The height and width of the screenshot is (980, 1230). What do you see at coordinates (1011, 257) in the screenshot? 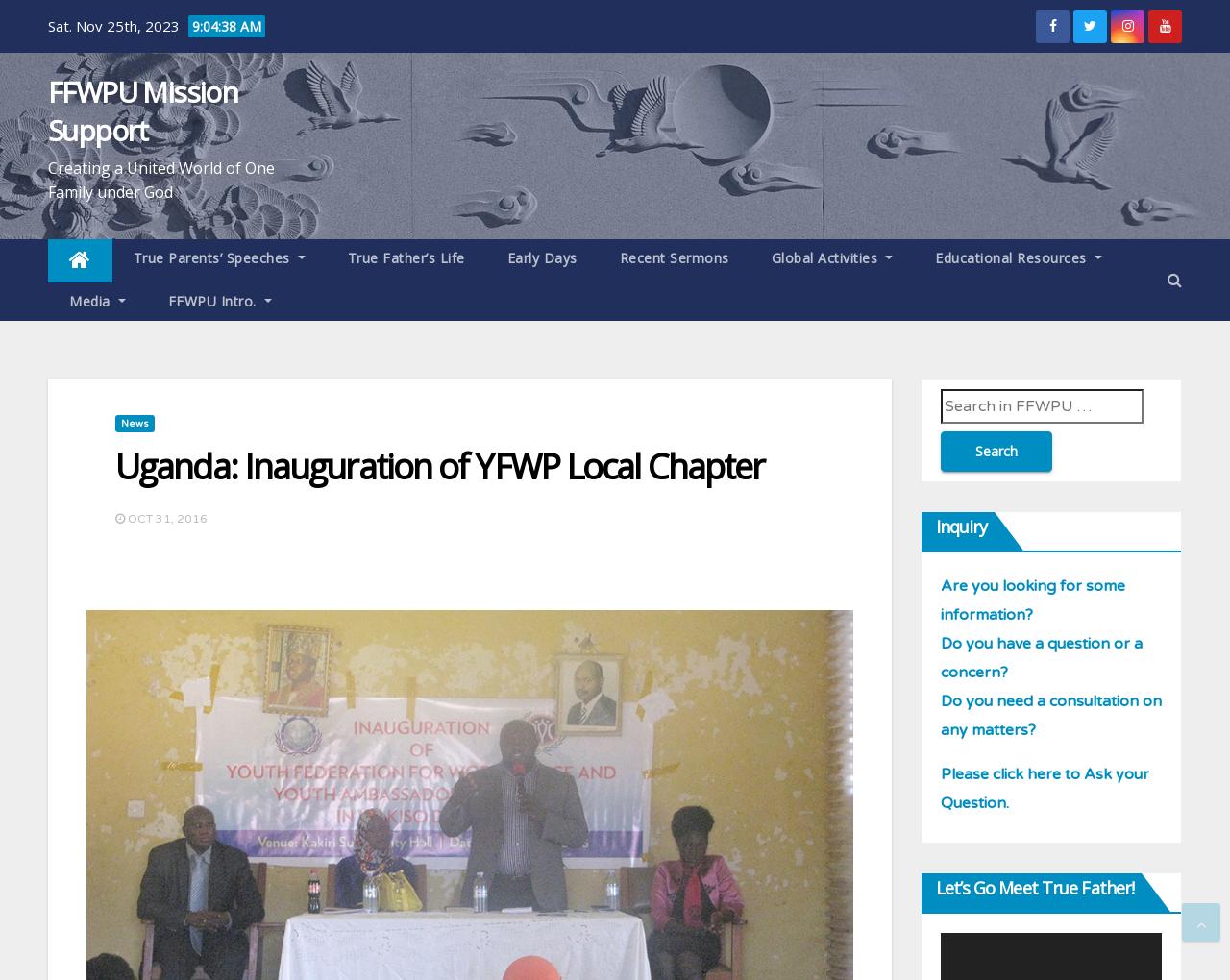
I see `'Educational Resources'` at bounding box center [1011, 257].